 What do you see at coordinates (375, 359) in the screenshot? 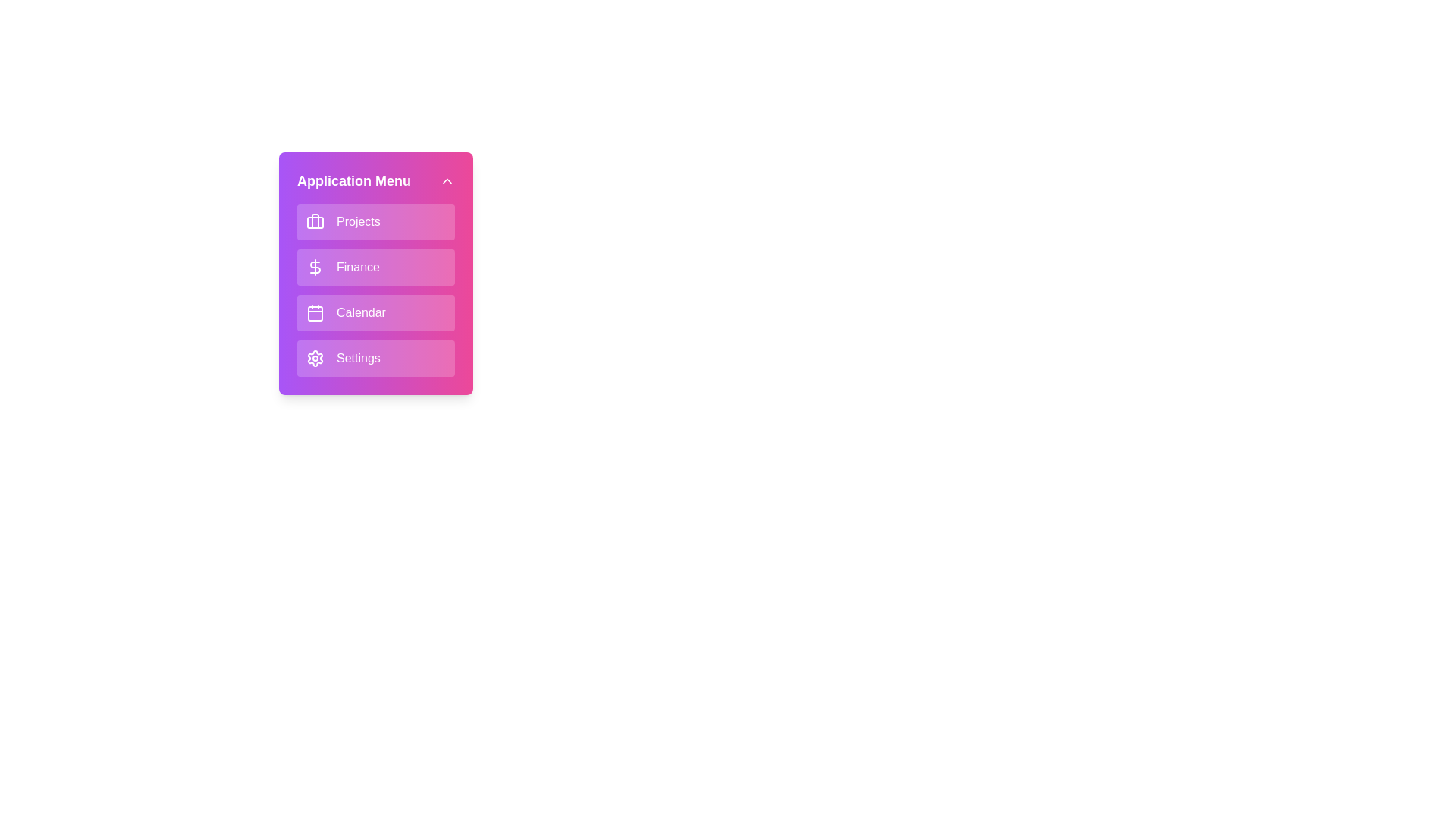
I see `the menu item Settings by clicking on it` at bounding box center [375, 359].